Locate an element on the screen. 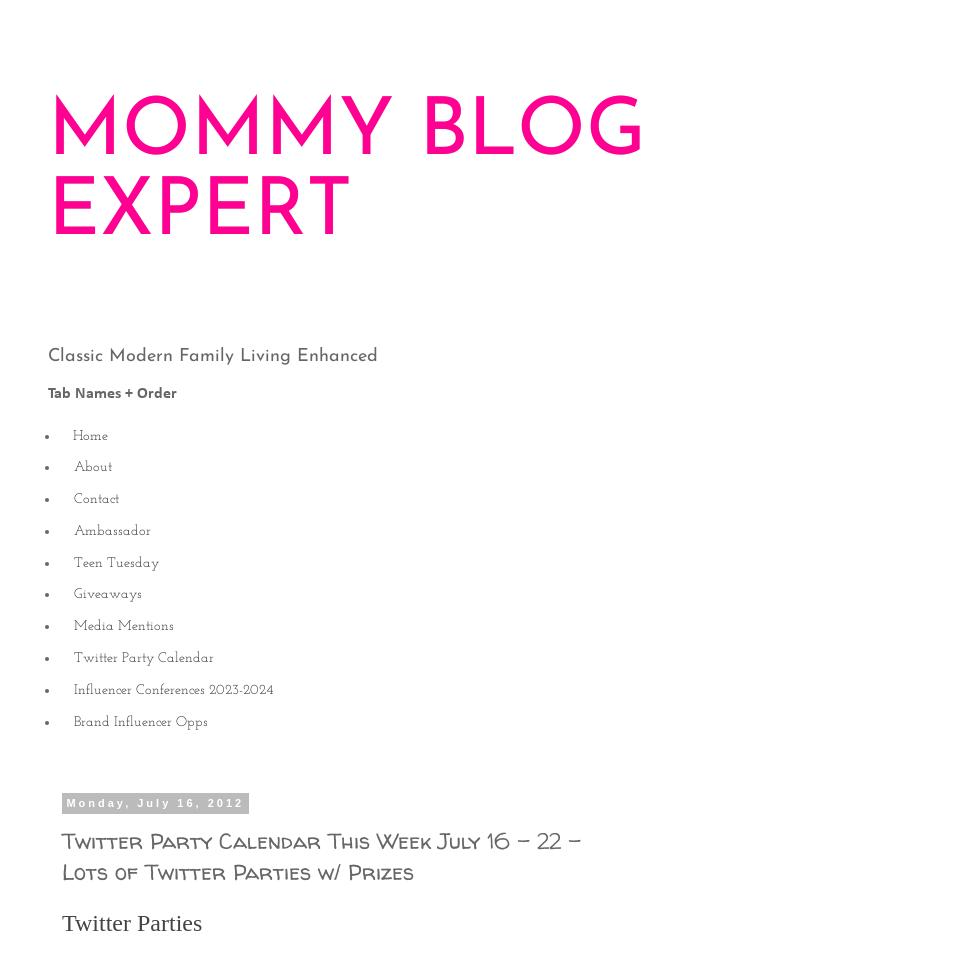  'Home' is located at coordinates (90, 435).